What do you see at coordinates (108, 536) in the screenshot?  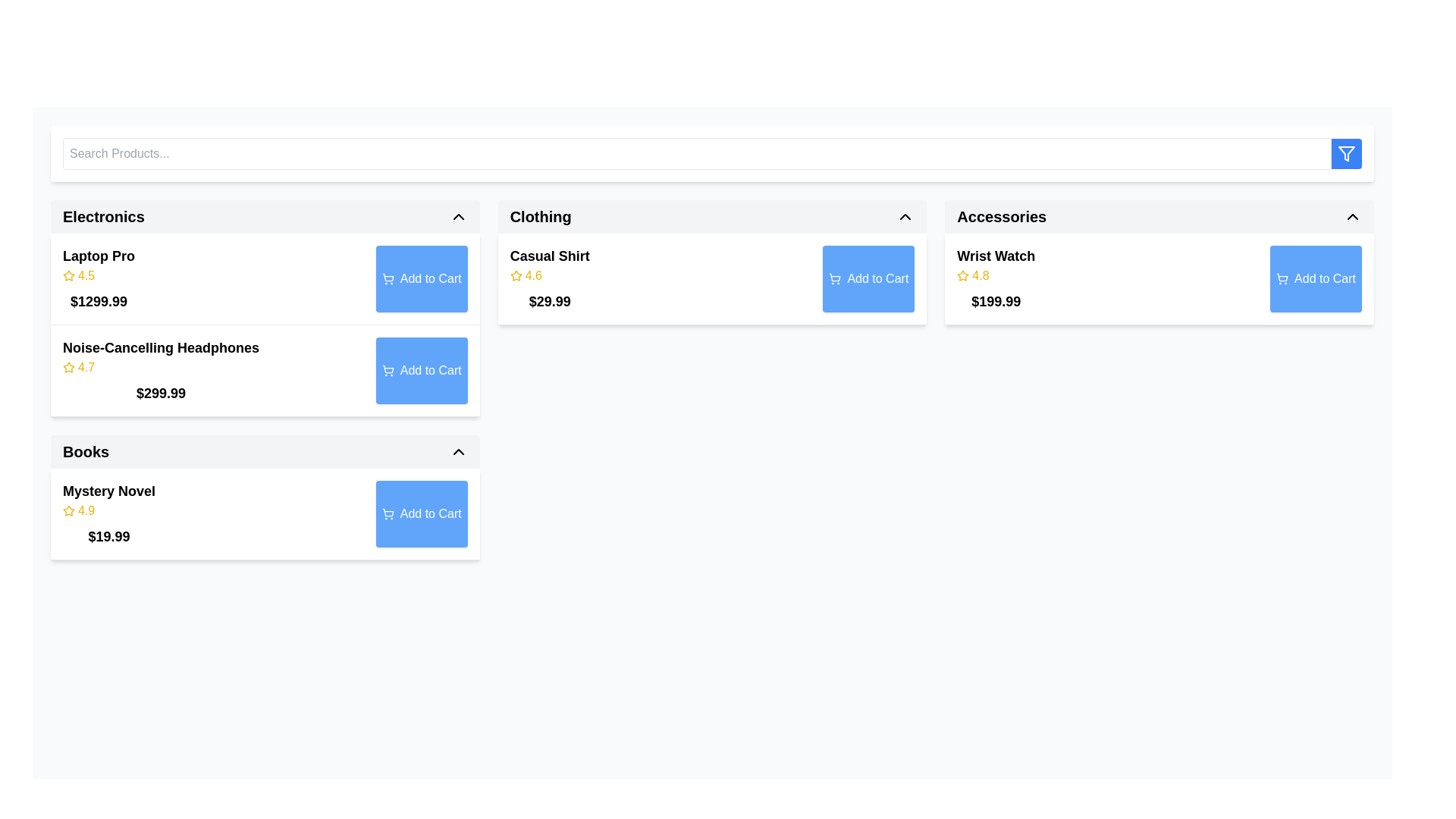 I see `the prominent price tag displaying '$19.99' in bold black text located in the 'Books' section under the 'Mystery Novel' listing` at bounding box center [108, 536].